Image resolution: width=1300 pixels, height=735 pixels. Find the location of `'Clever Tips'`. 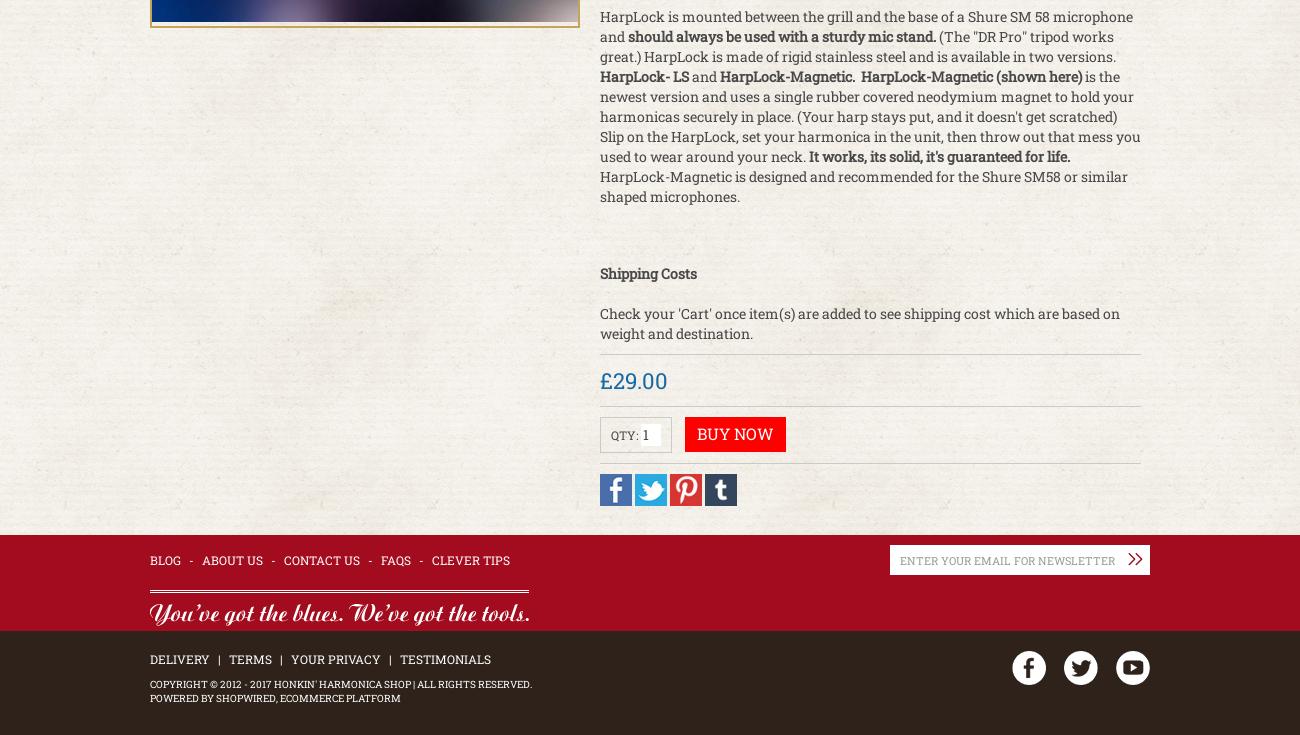

'Clever Tips' is located at coordinates (431, 558).